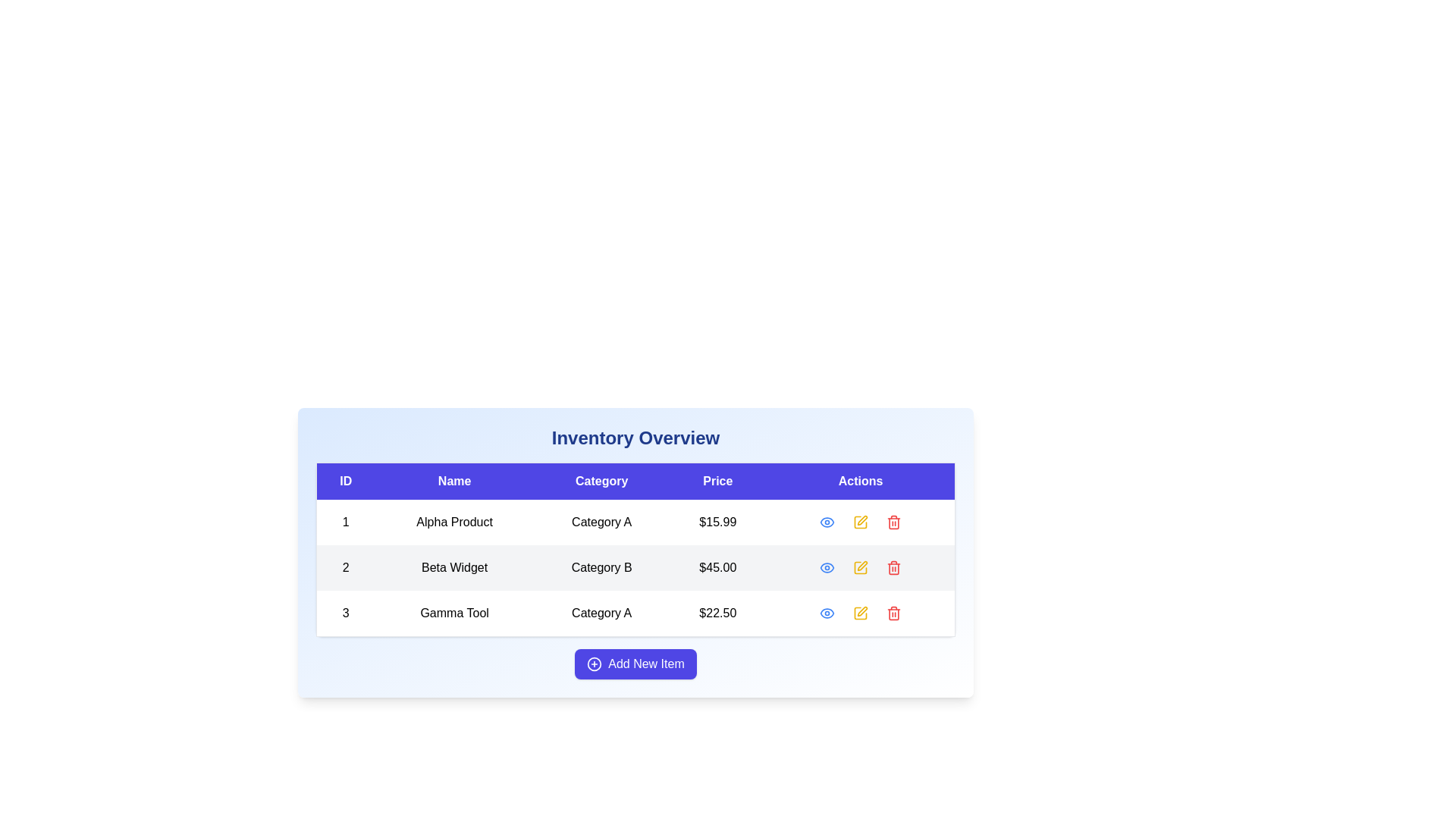  Describe the element at coordinates (635, 663) in the screenshot. I see `the 'Add Item' button located in the 'Inventory Overview' panel, positioned centrally below the inventory items table, to initiate the add item process` at that location.